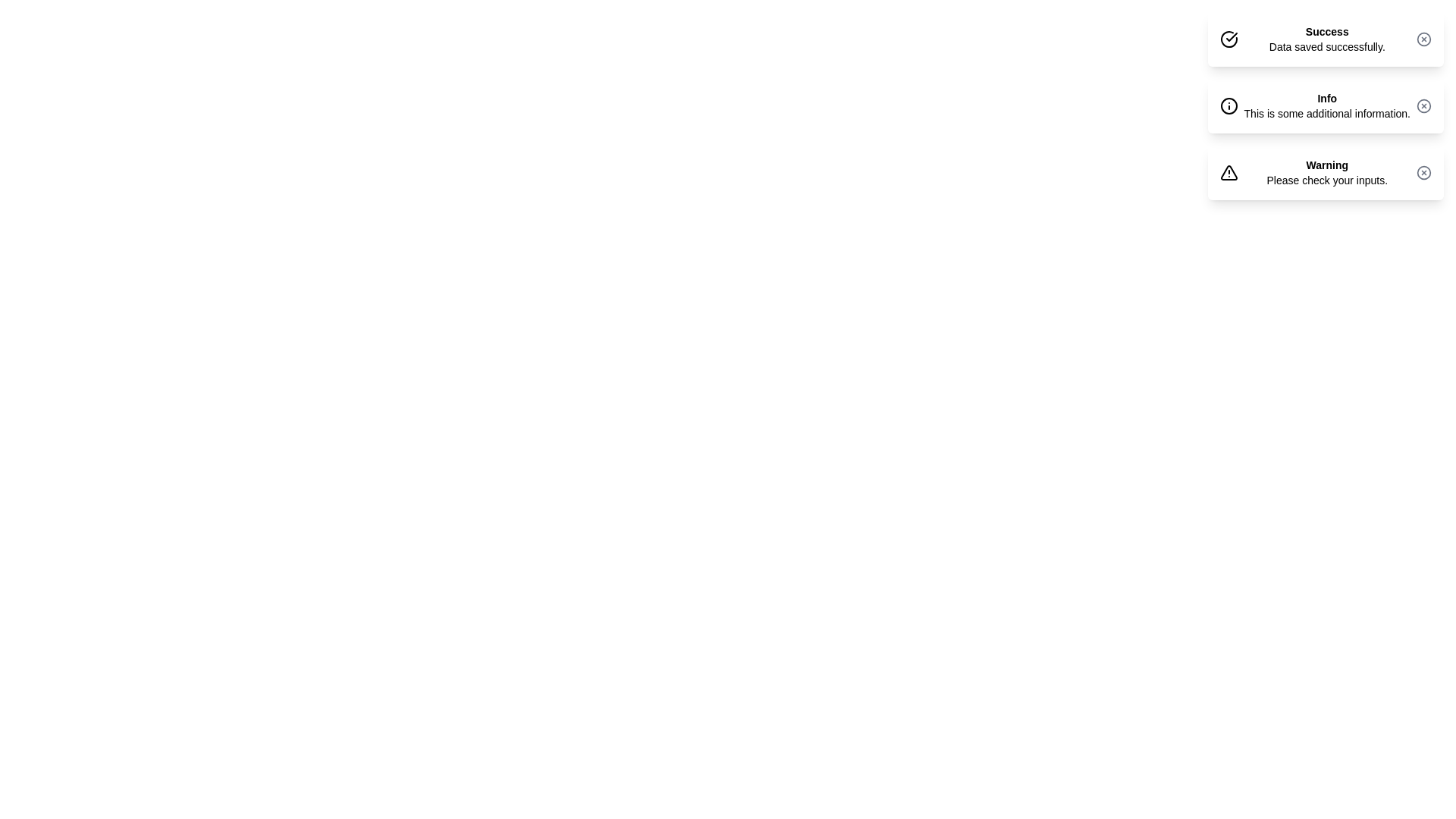 The image size is (1456, 819). Describe the element at coordinates (1423, 171) in the screenshot. I see `the SVG circle element located at the bottom-right of the notice panel, characterized by its circular shape and stroke outline, as it plays its role as part of the icon` at that location.